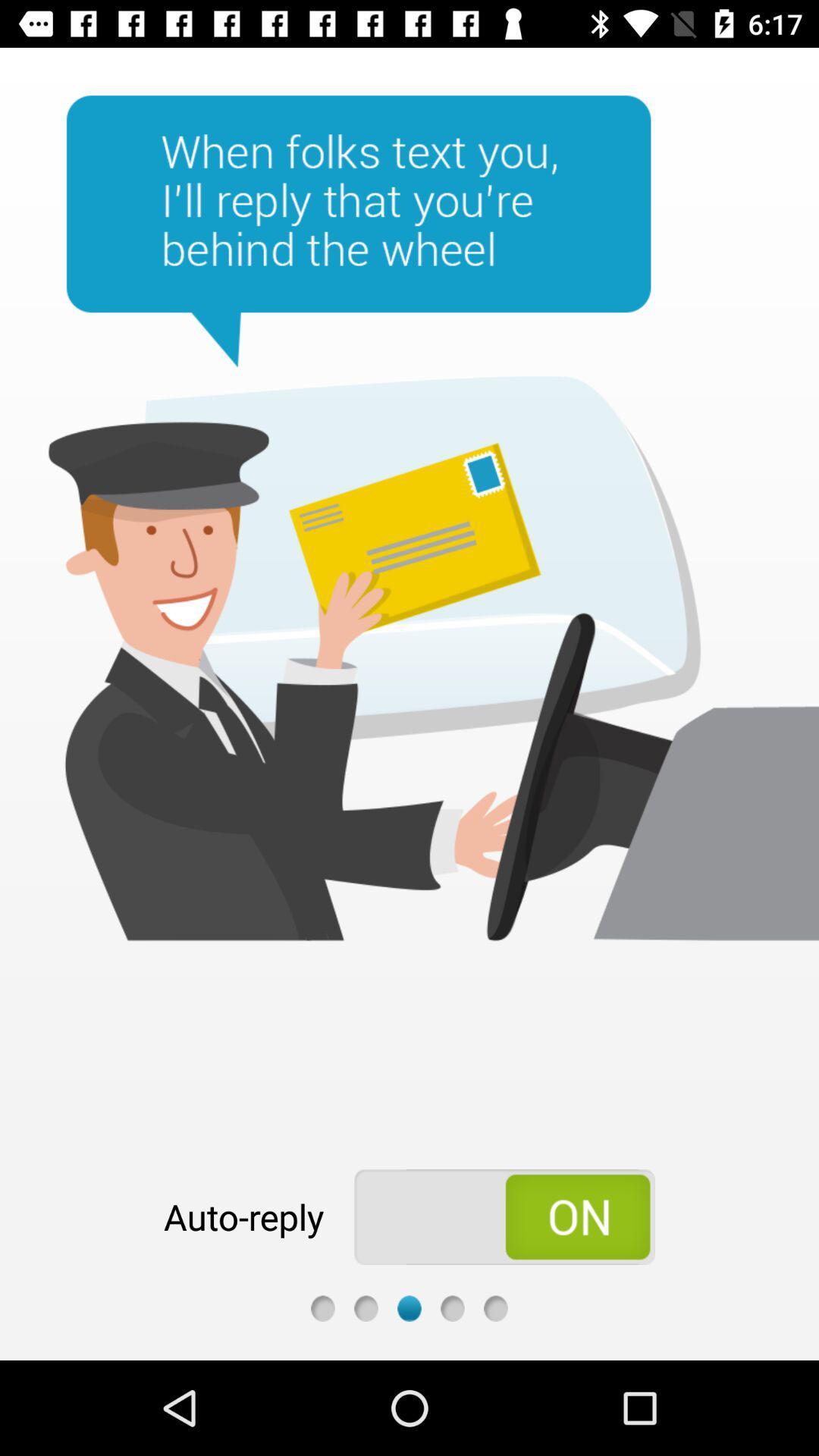 This screenshot has height=1456, width=819. I want to click on the app next to the auto-reply, so click(504, 1216).